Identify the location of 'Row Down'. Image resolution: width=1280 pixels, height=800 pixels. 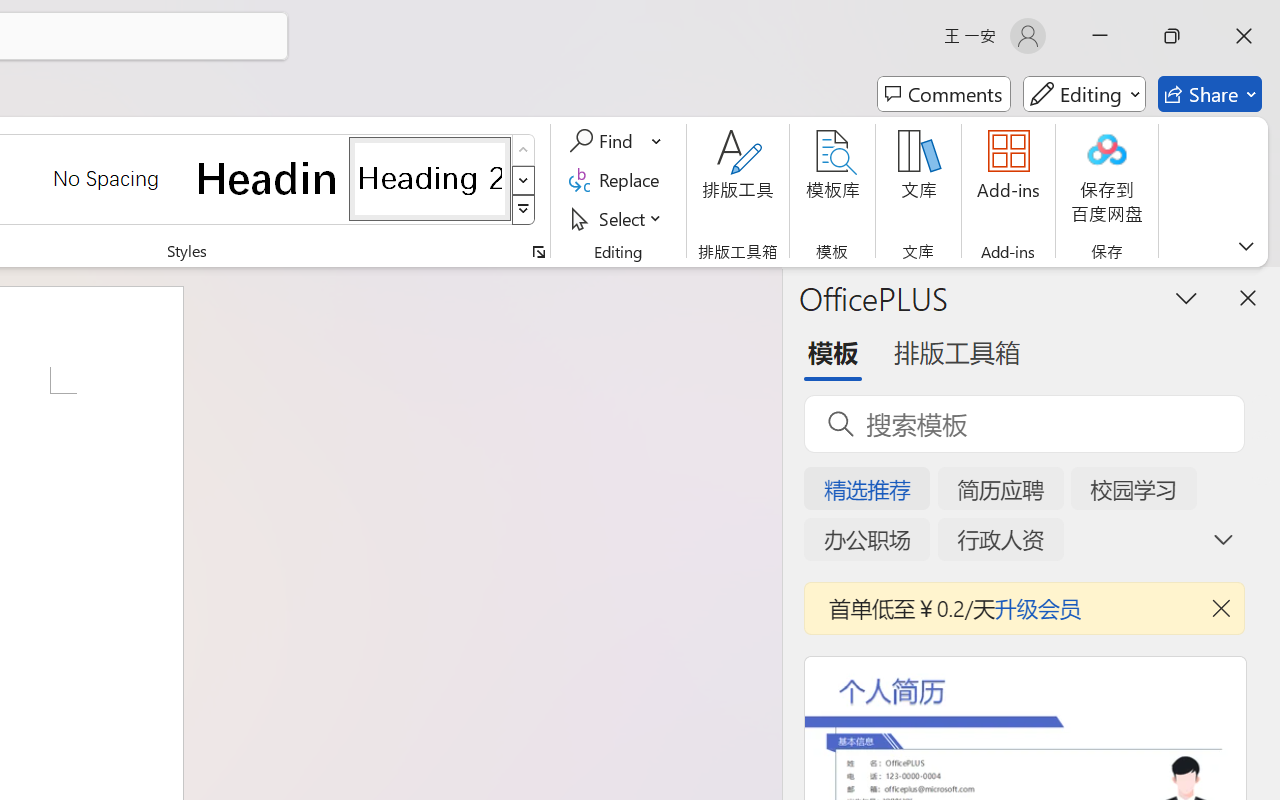
(523, 179).